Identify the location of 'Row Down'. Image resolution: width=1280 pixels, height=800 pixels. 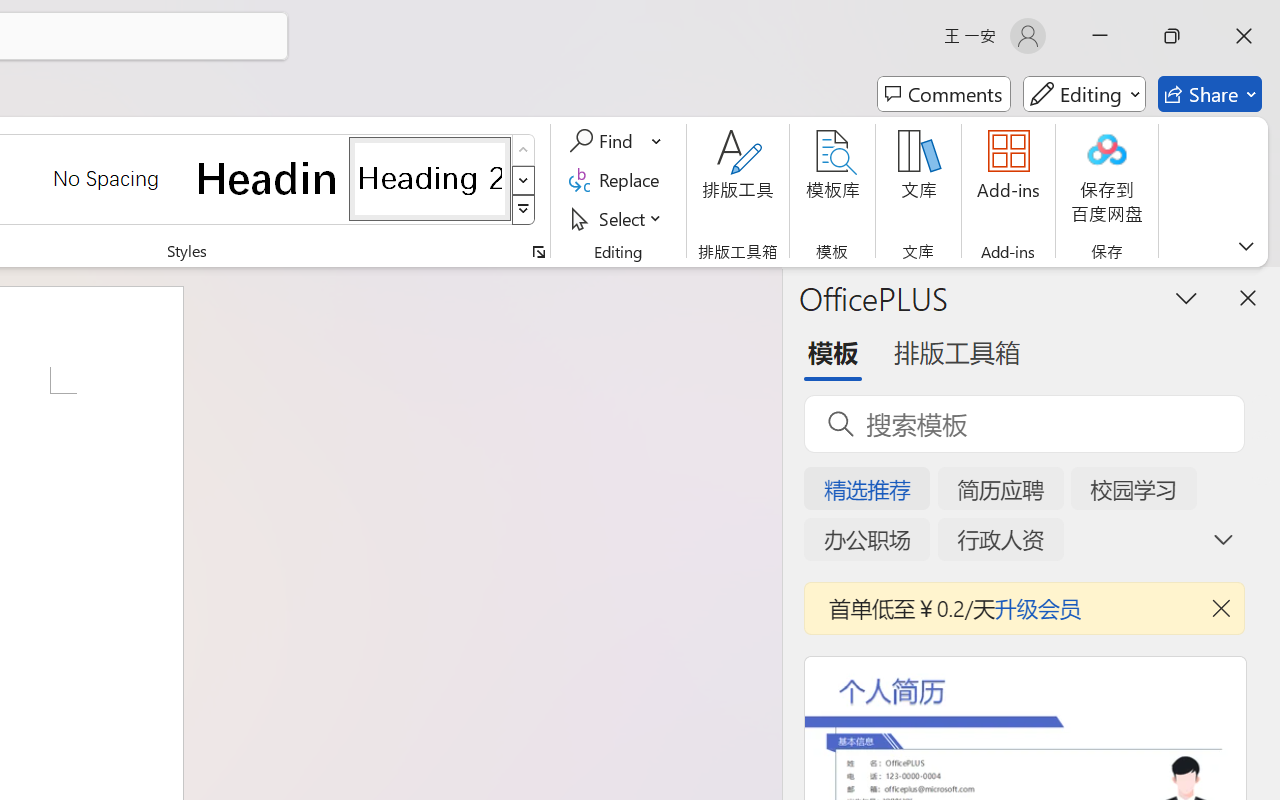
(523, 179).